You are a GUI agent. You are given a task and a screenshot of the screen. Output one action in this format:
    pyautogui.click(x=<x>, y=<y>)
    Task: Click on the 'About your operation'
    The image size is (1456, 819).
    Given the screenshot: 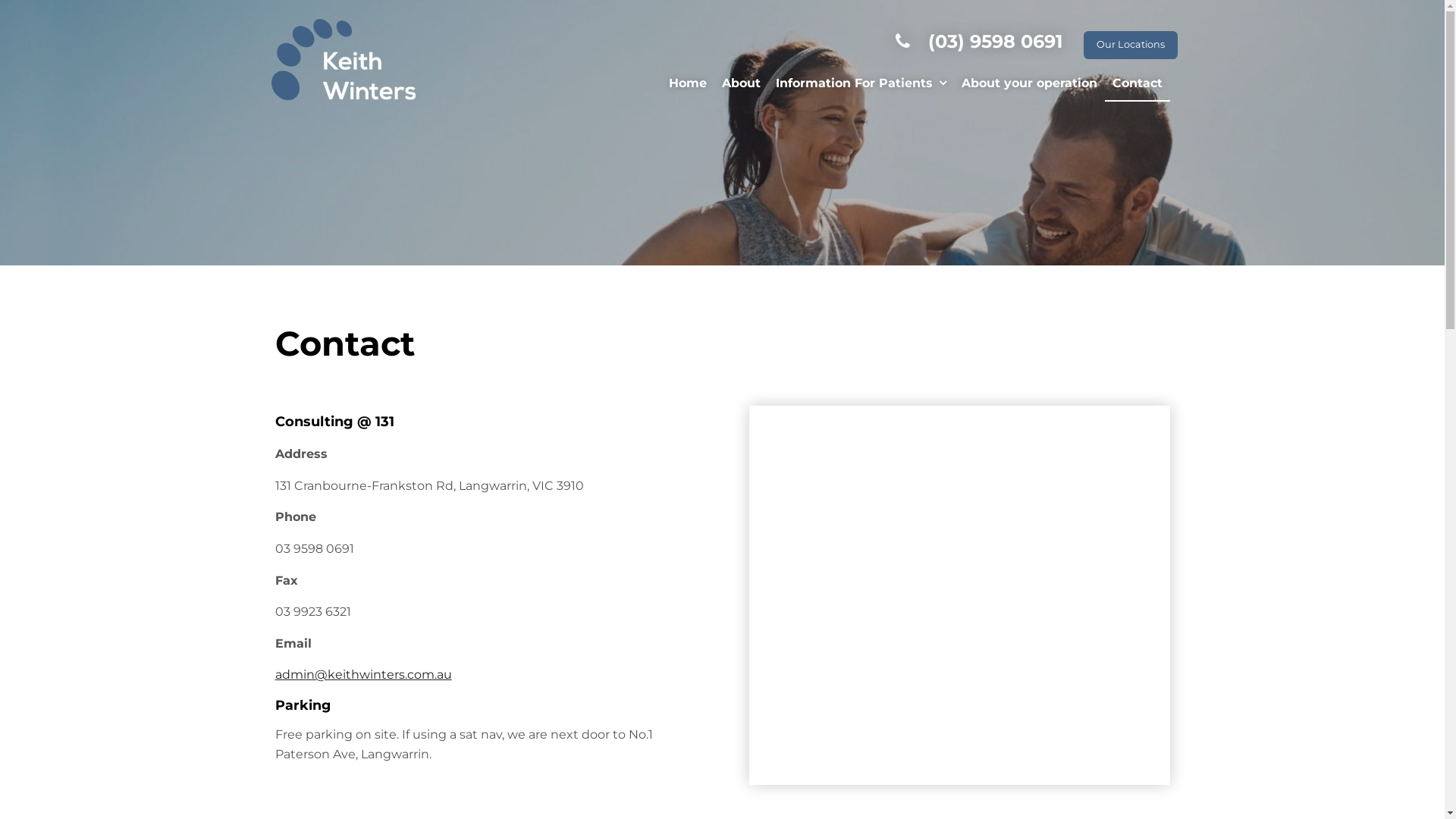 What is the action you would take?
    pyautogui.click(x=952, y=84)
    